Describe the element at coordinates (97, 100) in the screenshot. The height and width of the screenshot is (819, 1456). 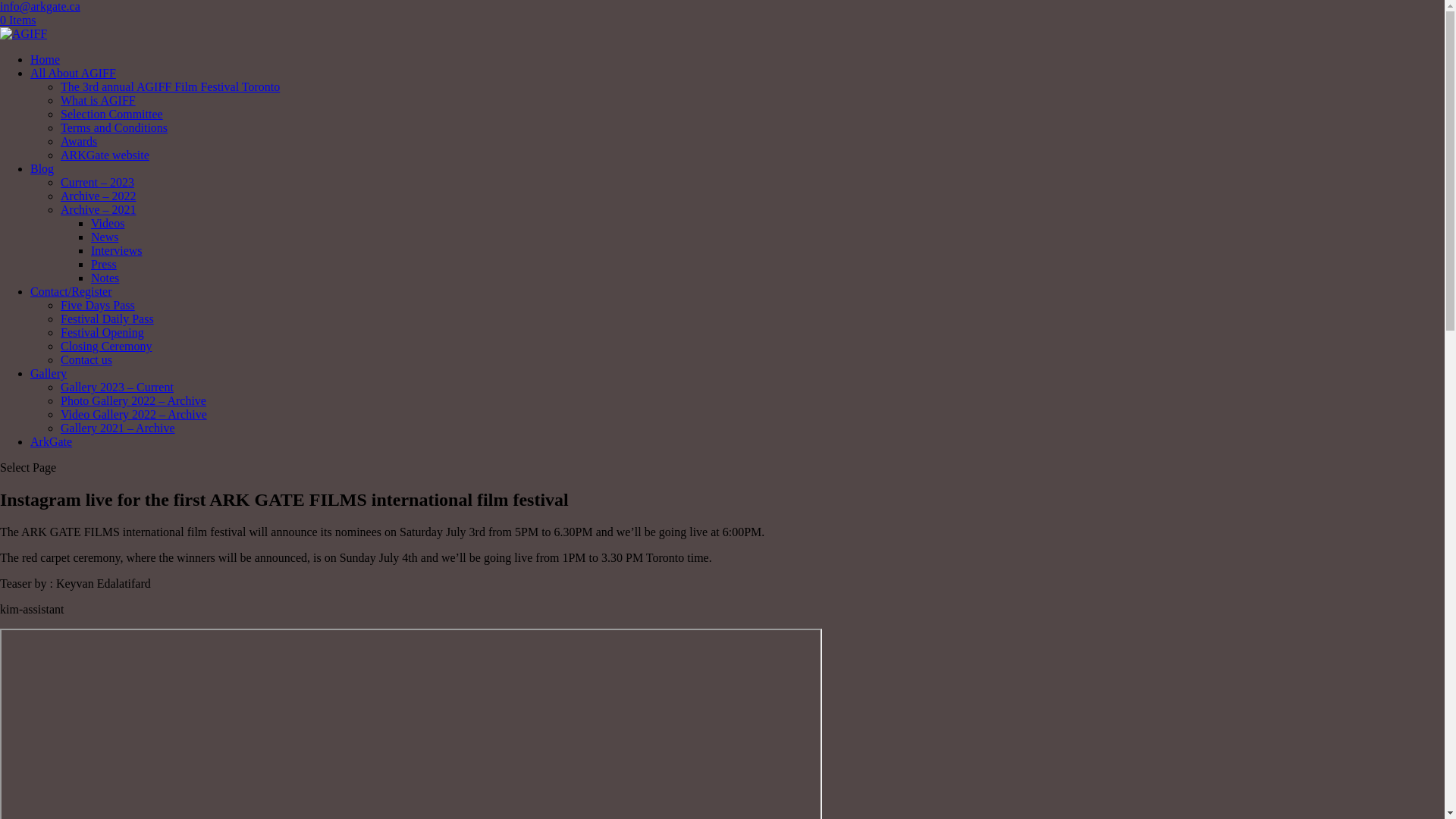
I see `'What is AGIFF'` at that location.